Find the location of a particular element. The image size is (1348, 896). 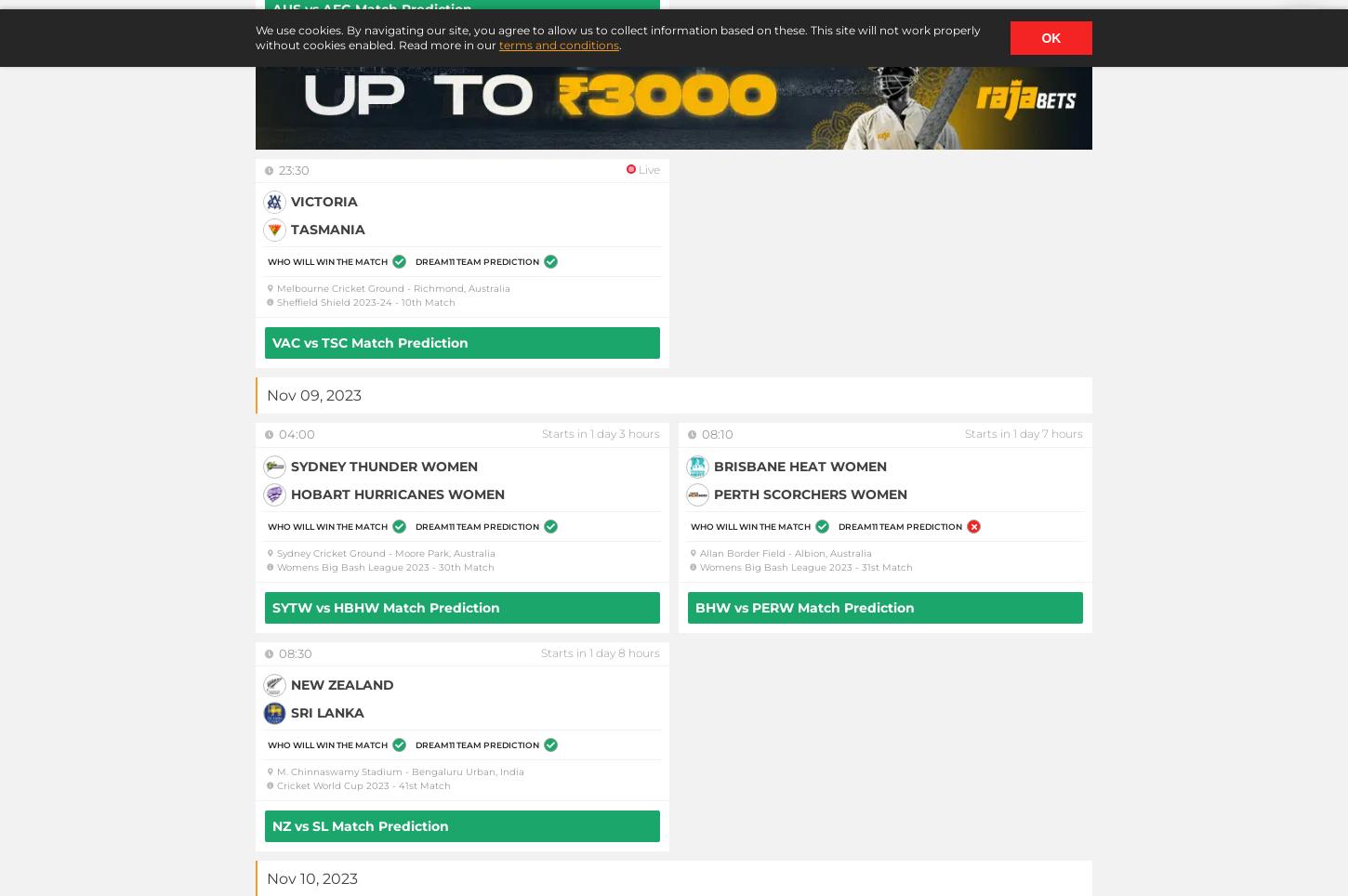

'Tasmania' is located at coordinates (327, 228).